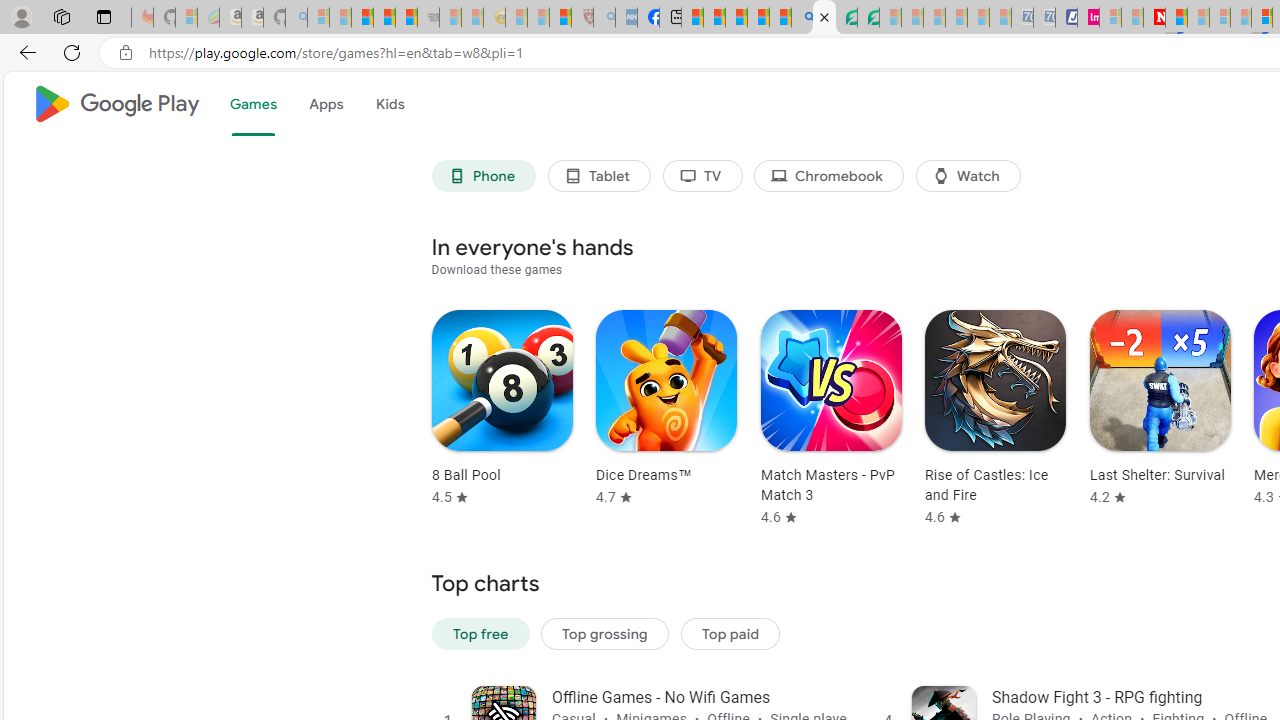  Describe the element at coordinates (1154, 17) in the screenshot. I see `'Latest Politics News & Archive | Newsweek.com'` at that location.